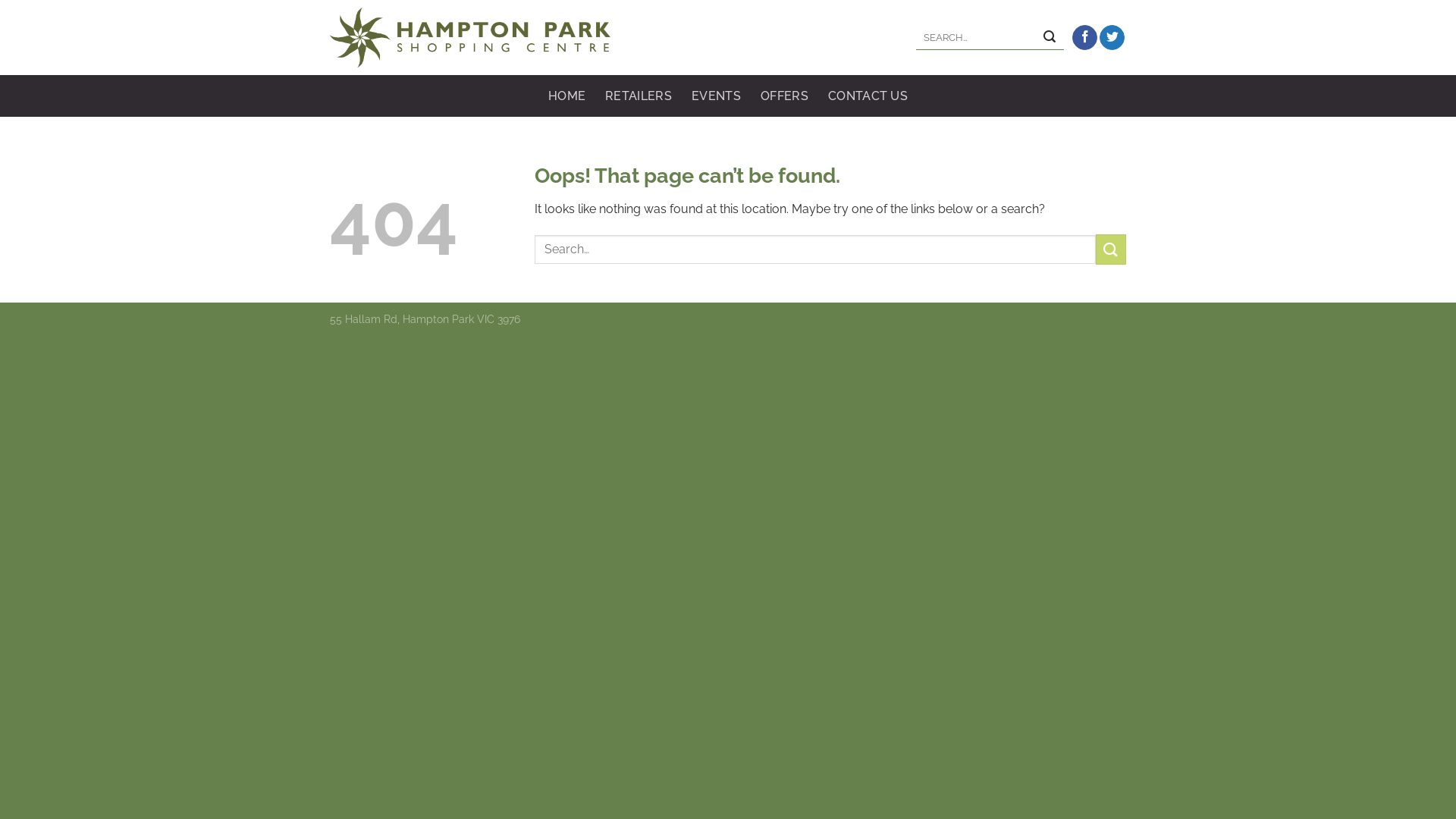 The width and height of the screenshot is (1456, 819). I want to click on 'Skip to content', so click(0, 0).